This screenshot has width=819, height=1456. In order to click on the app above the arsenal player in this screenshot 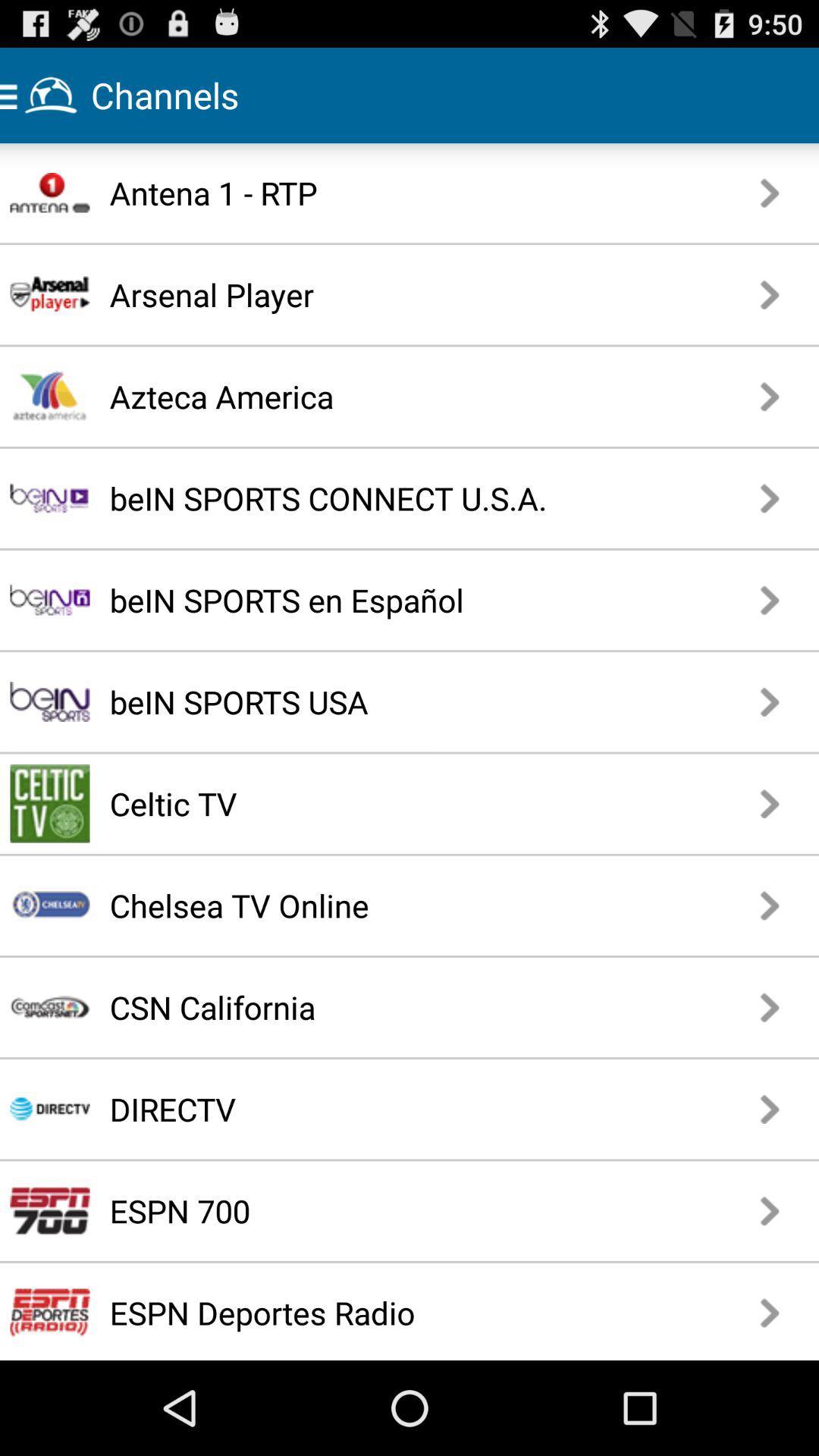, I will do `click(367, 192)`.